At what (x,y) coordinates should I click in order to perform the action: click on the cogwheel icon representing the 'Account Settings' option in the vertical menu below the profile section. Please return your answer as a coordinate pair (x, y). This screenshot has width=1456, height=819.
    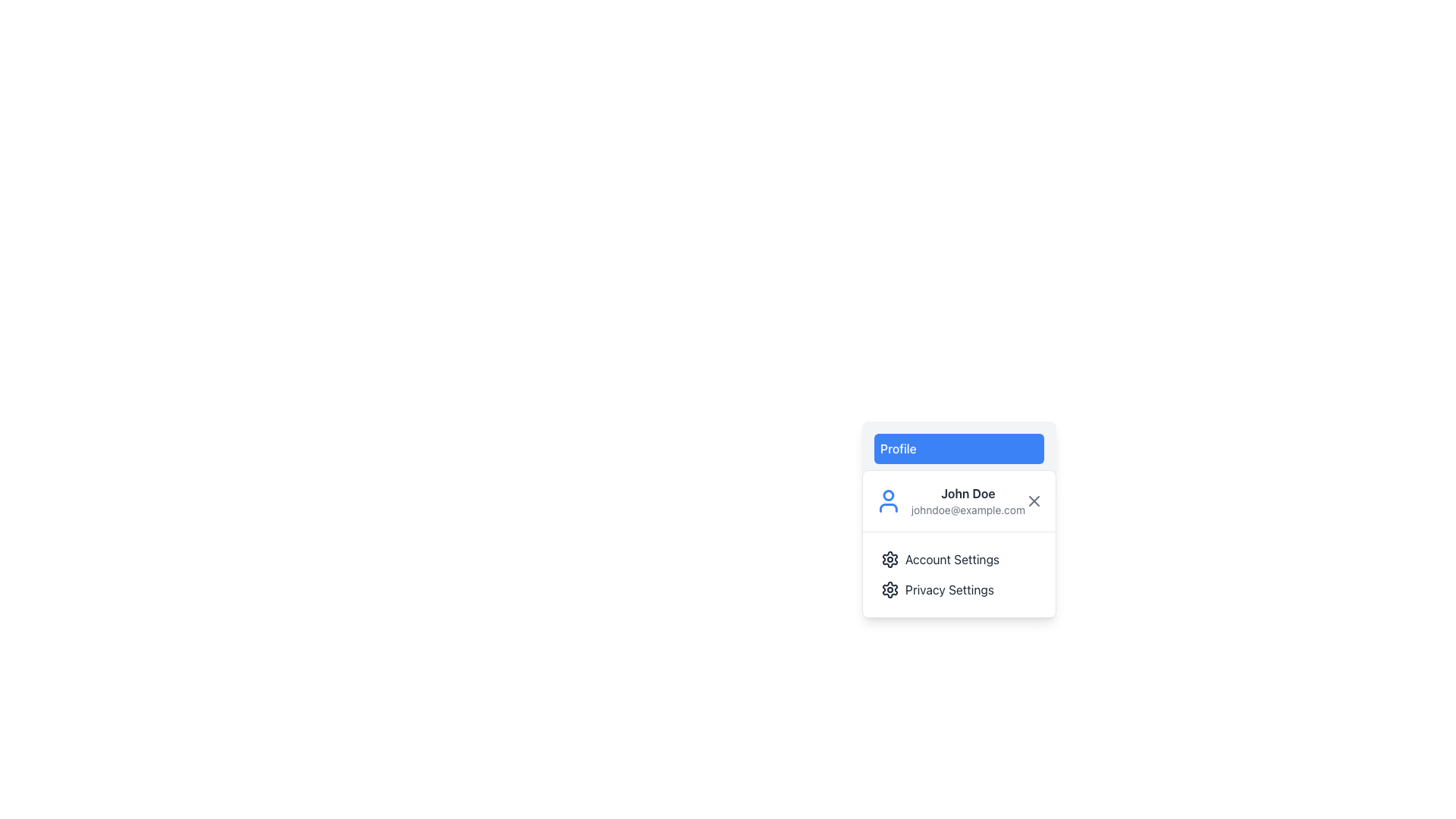
    Looking at the image, I should click on (890, 559).